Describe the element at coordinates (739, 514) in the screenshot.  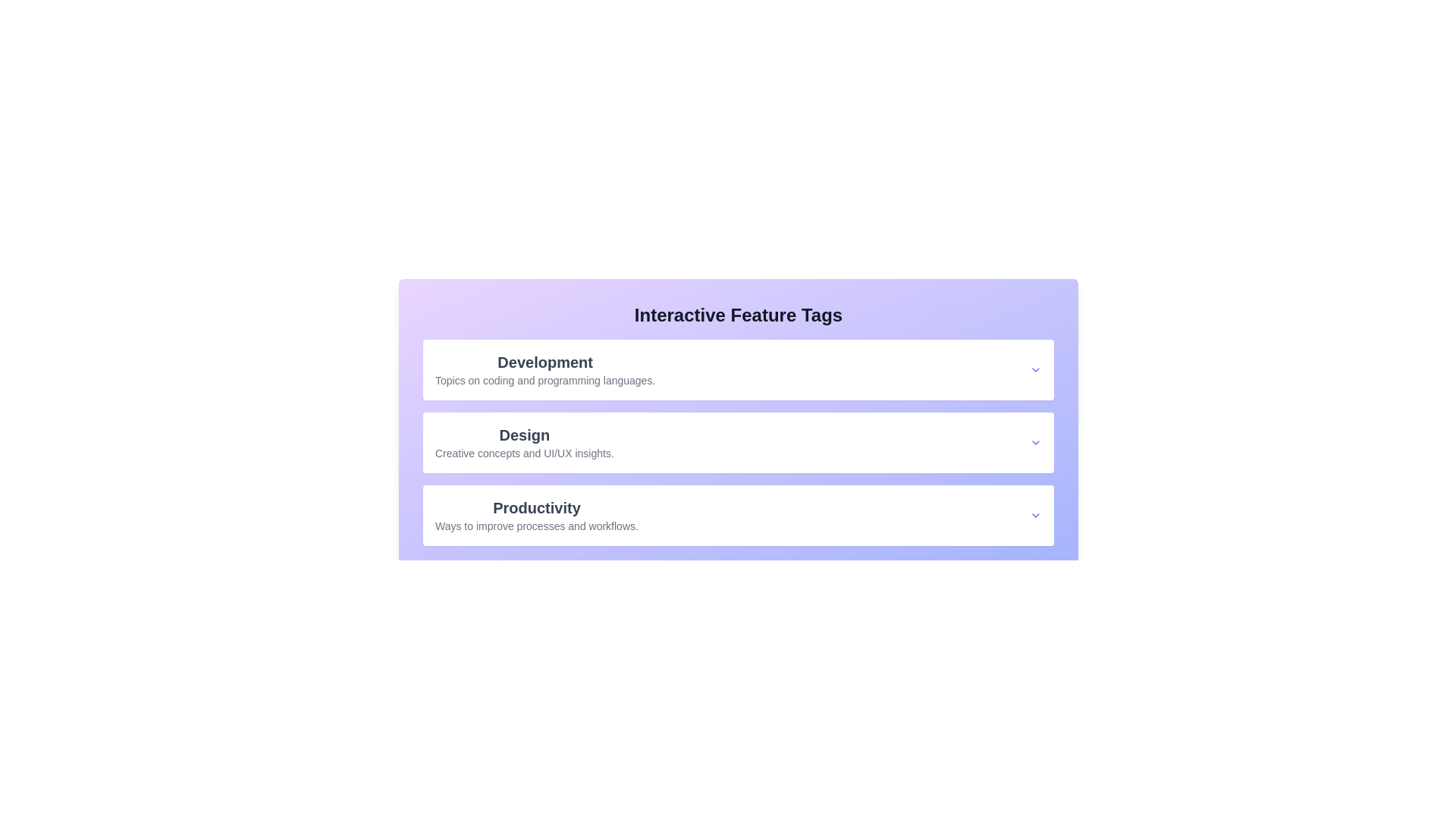
I see `the 'Productivity' dropdown menu` at that location.